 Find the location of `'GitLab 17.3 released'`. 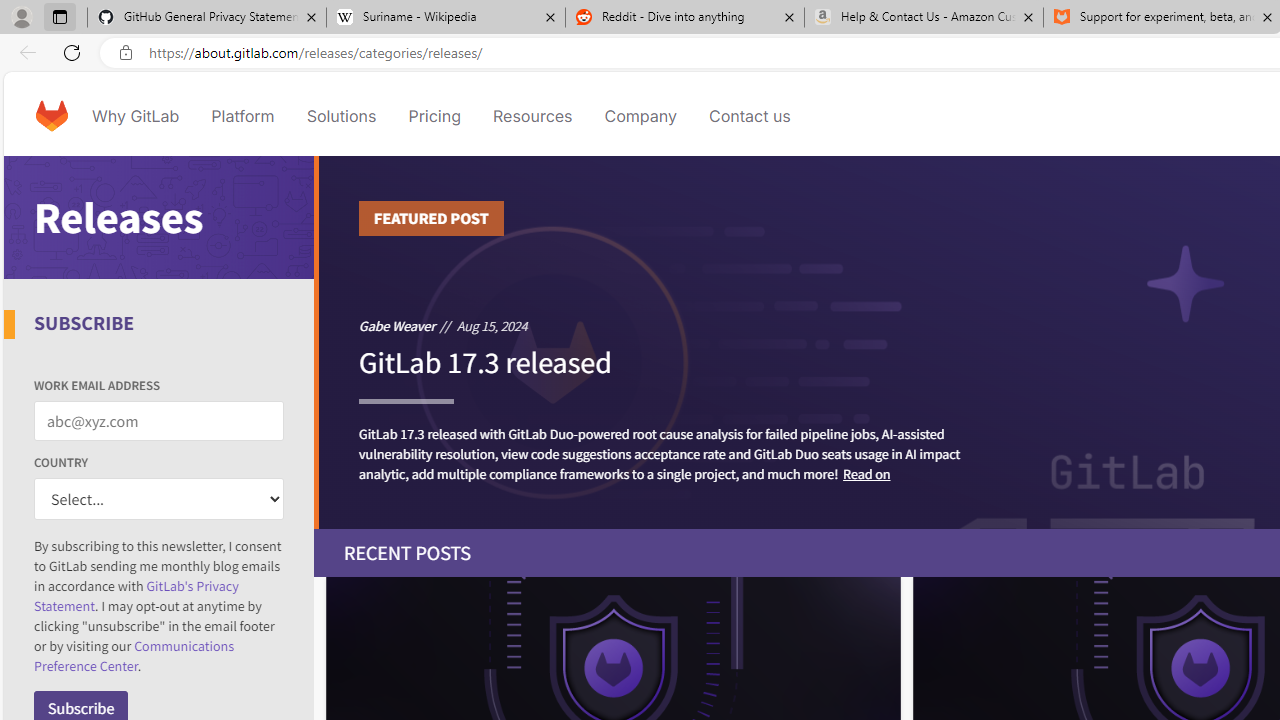

'GitLab 17.3 released' is located at coordinates (485, 371).